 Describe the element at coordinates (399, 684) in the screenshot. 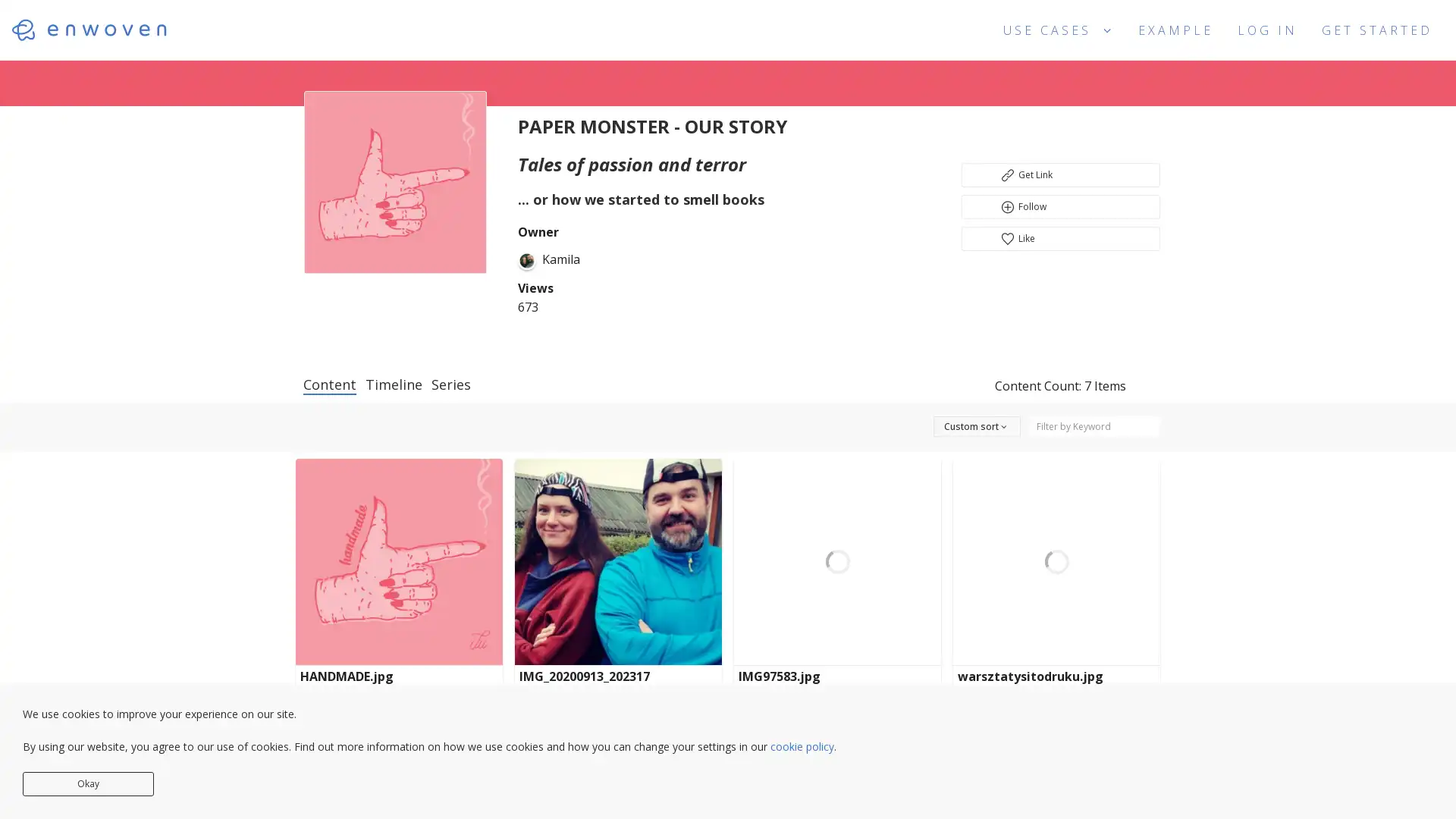

I see `HANDMADE.jpg` at that location.